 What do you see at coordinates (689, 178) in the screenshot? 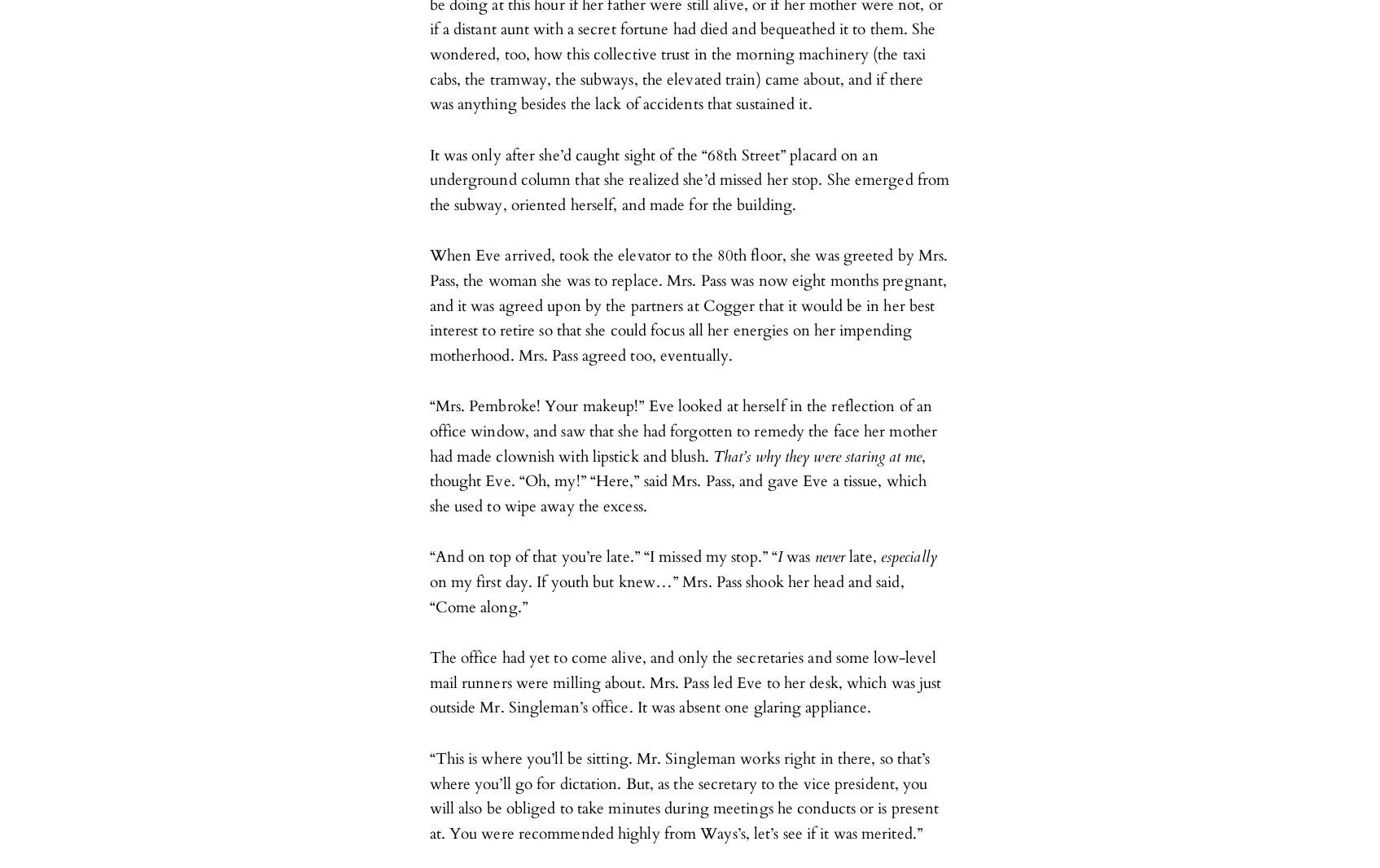
I see `'Street” placard on an underground column that she realized she’d missed her stop. She emerged from the subway, oriented herself, and made for the building.'` at bounding box center [689, 178].